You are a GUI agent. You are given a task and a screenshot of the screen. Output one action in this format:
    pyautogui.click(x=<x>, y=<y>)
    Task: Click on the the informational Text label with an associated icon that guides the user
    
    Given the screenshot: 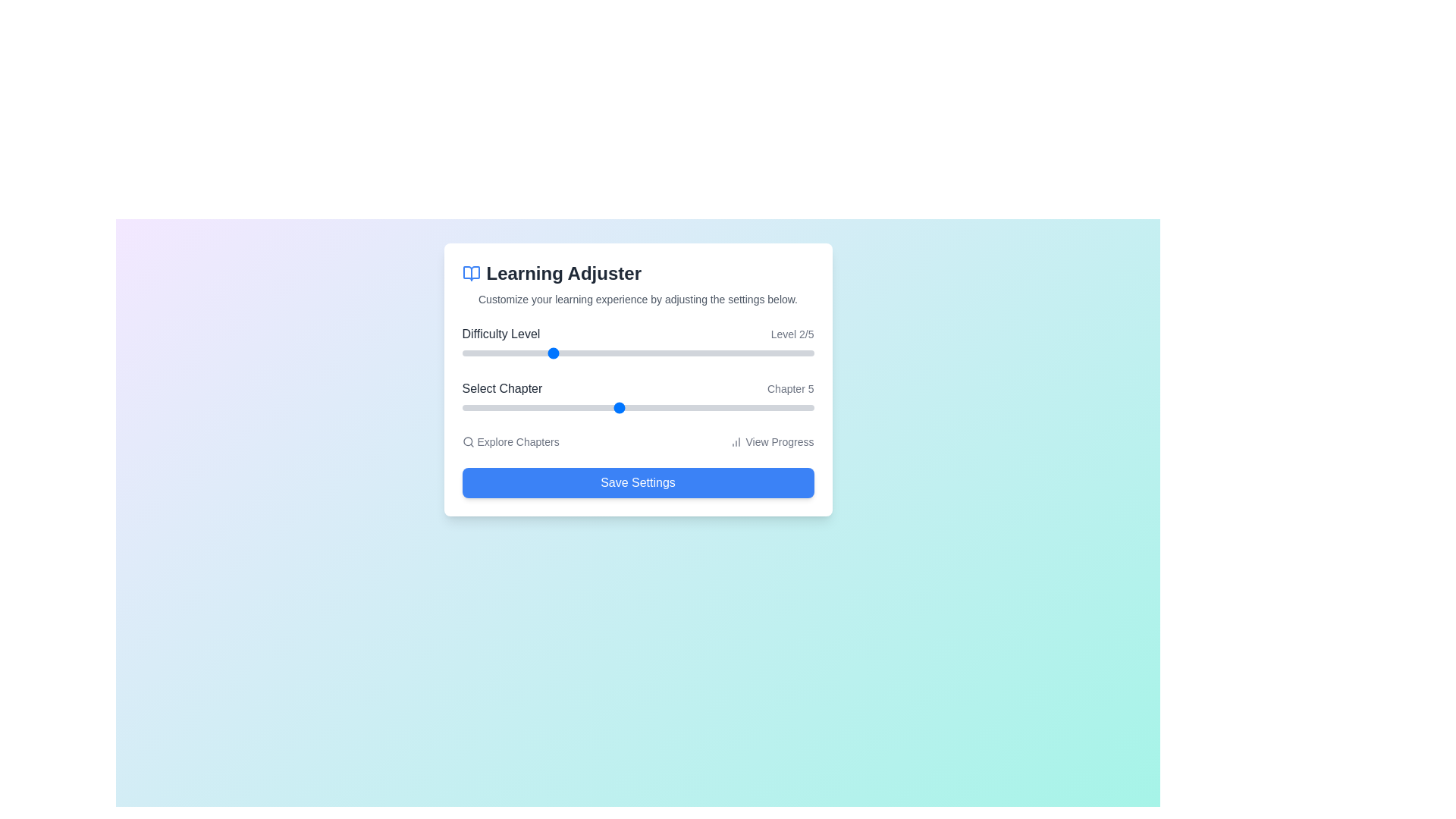 What is the action you would take?
    pyautogui.click(x=510, y=441)
    